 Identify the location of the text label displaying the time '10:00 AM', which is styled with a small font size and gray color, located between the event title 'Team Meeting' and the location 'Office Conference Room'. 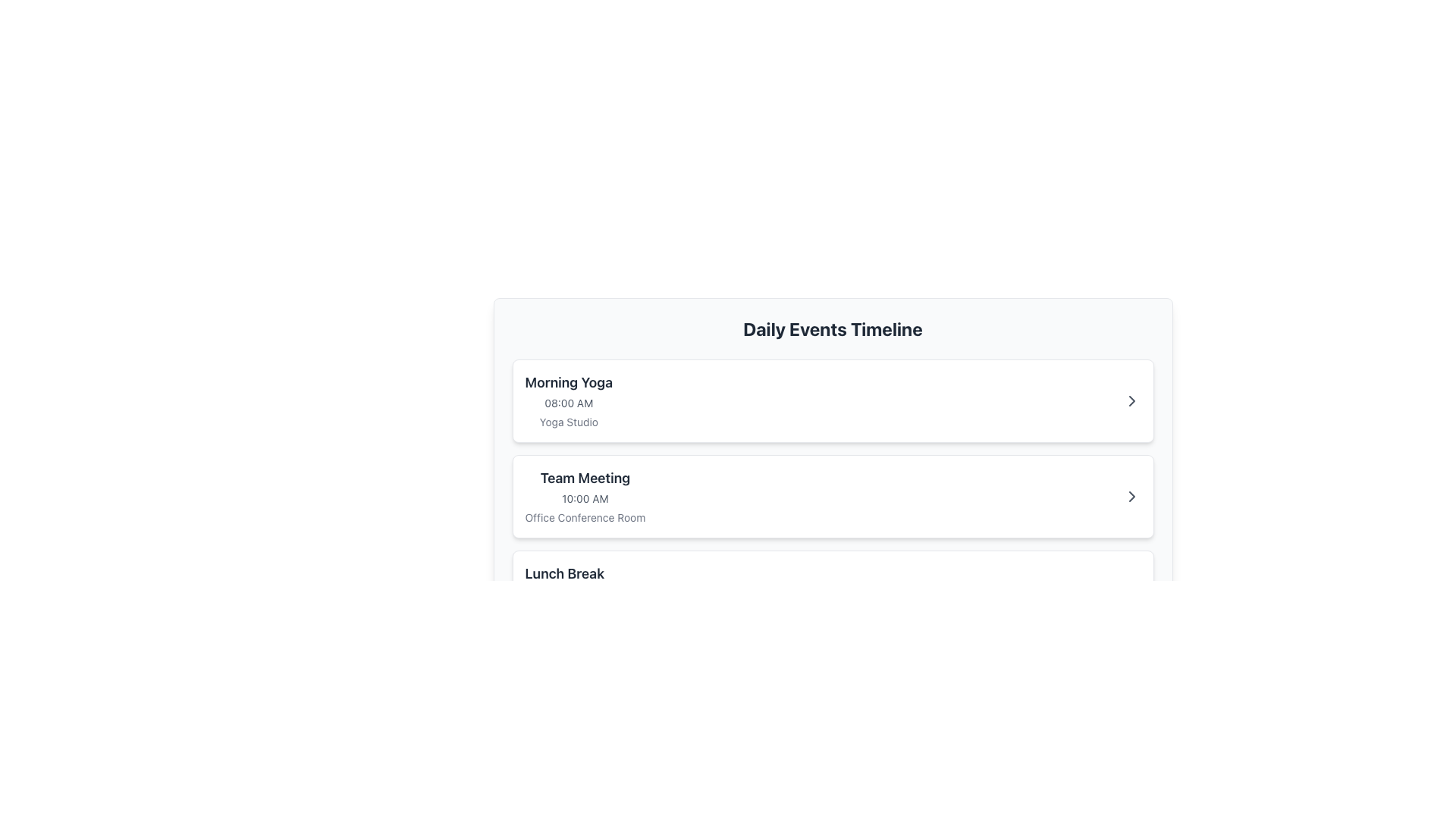
(584, 498).